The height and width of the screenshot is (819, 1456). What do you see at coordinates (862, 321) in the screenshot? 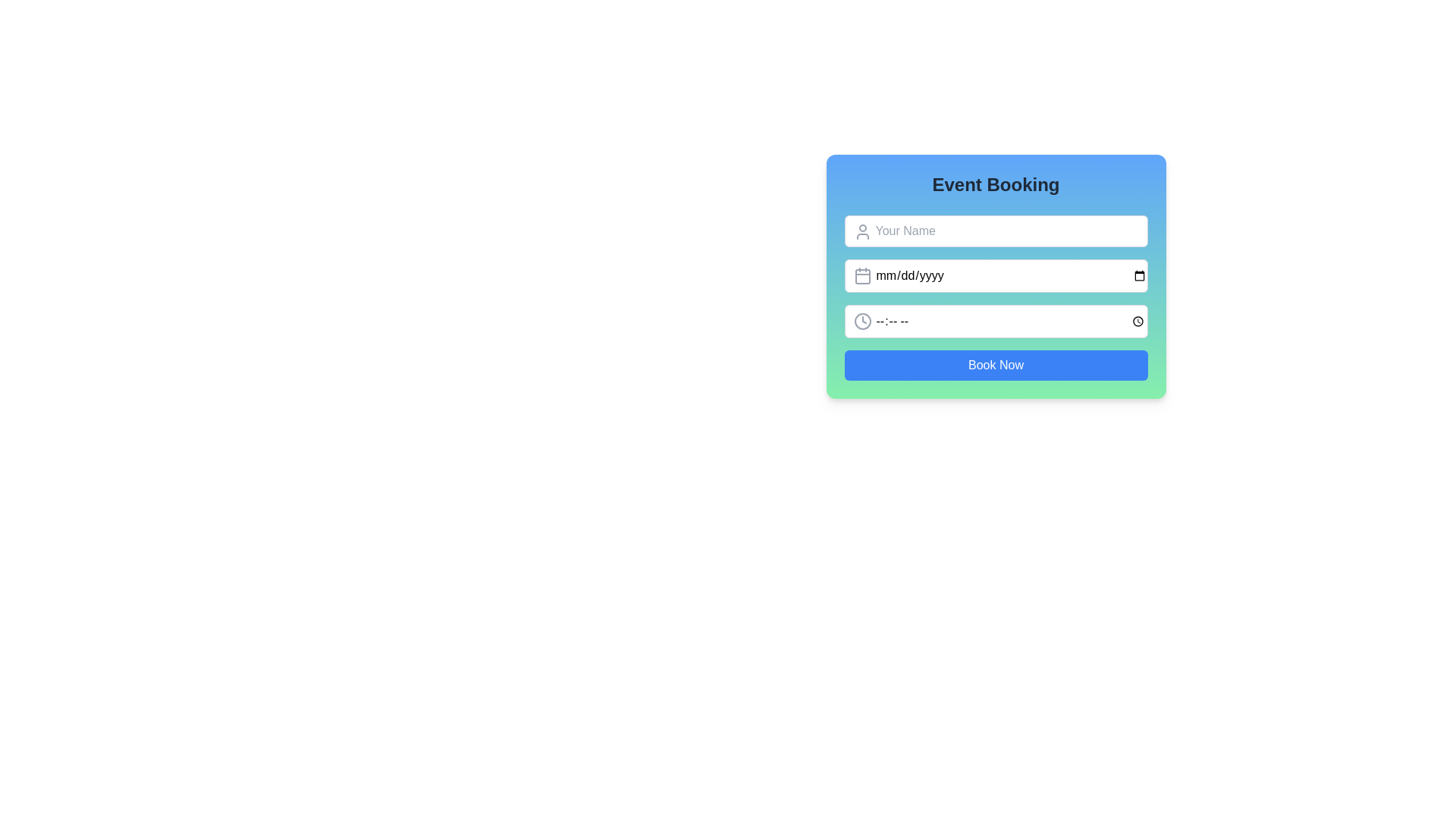
I see `the clock icon located on the left side of the time input field, serving as a visual indicator for time-related input` at bounding box center [862, 321].